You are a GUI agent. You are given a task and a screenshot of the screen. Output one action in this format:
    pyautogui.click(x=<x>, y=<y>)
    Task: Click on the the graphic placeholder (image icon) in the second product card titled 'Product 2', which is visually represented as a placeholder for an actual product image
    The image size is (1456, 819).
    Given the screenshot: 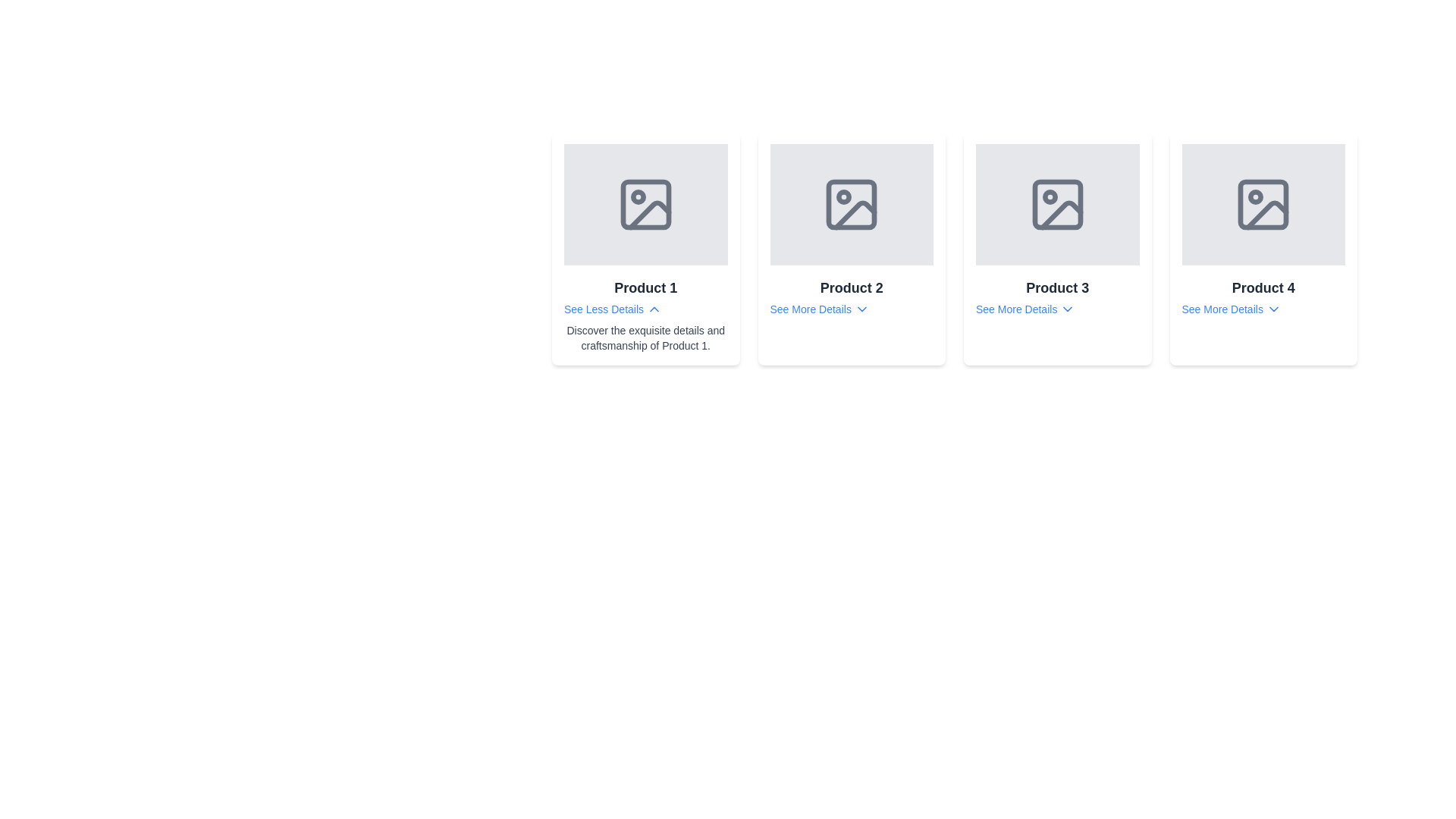 What is the action you would take?
    pyautogui.click(x=852, y=205)
    